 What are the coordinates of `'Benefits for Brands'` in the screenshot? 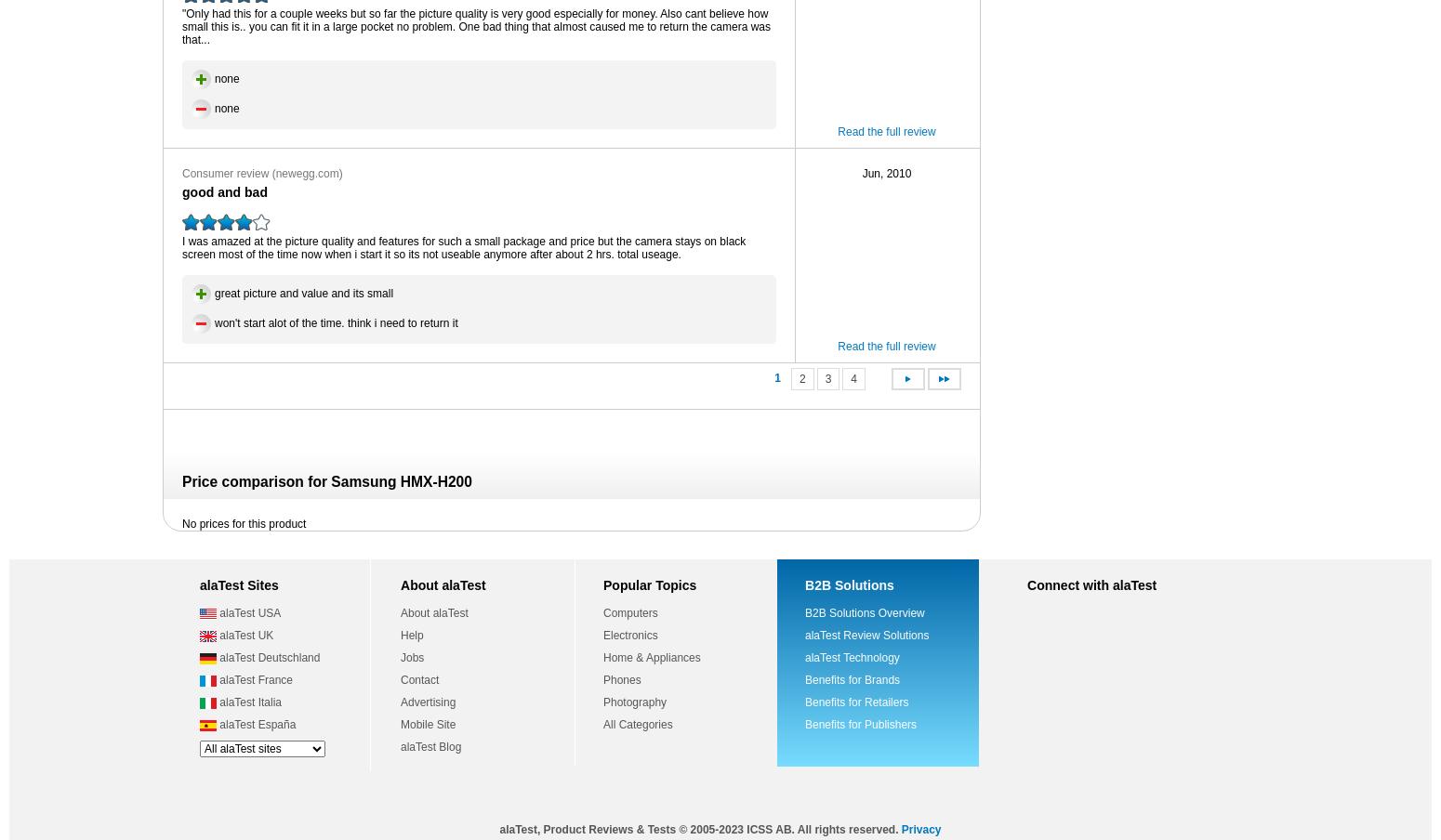 It's located at (852, 678).